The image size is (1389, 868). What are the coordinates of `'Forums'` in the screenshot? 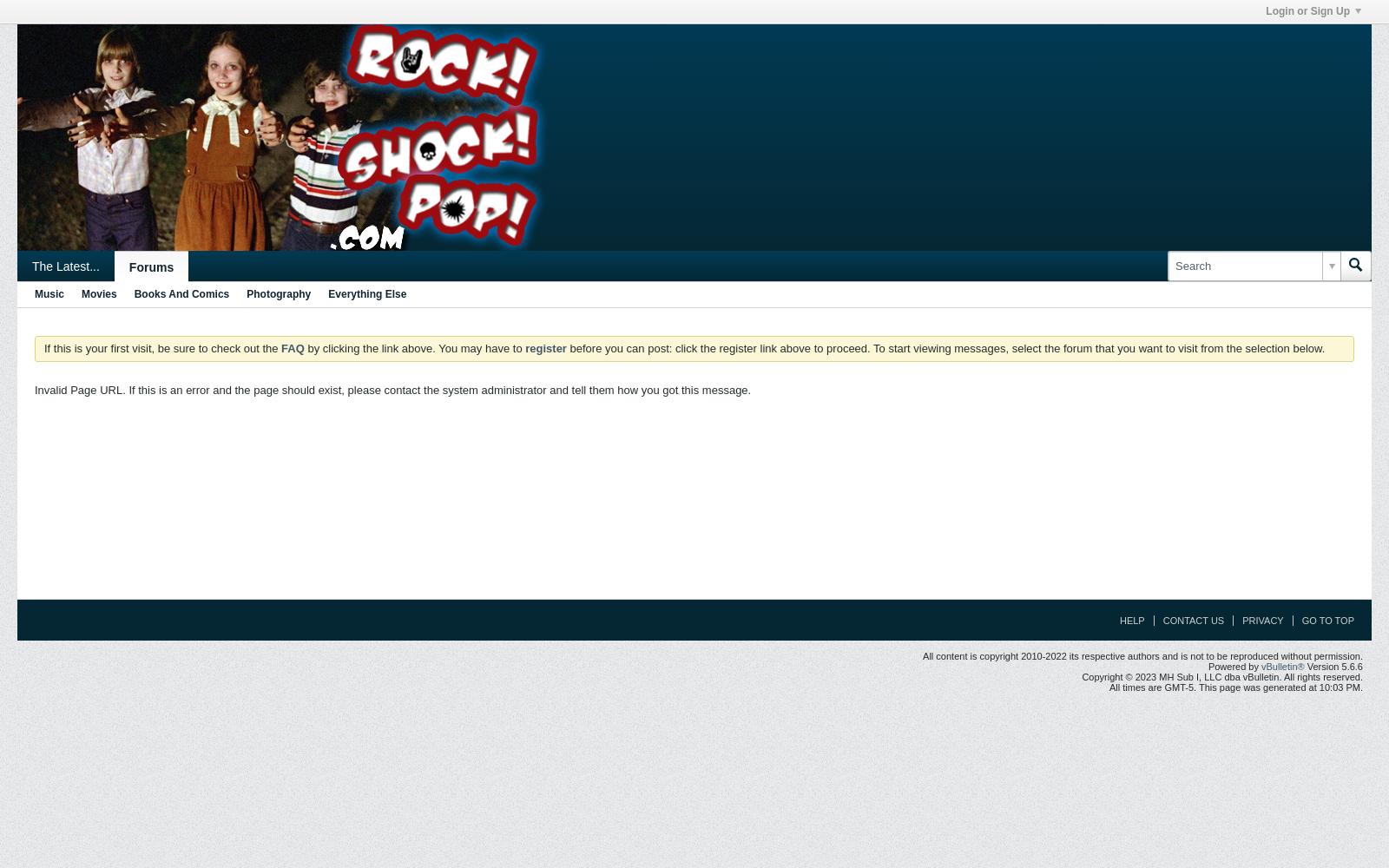 It's located at (149, 267).